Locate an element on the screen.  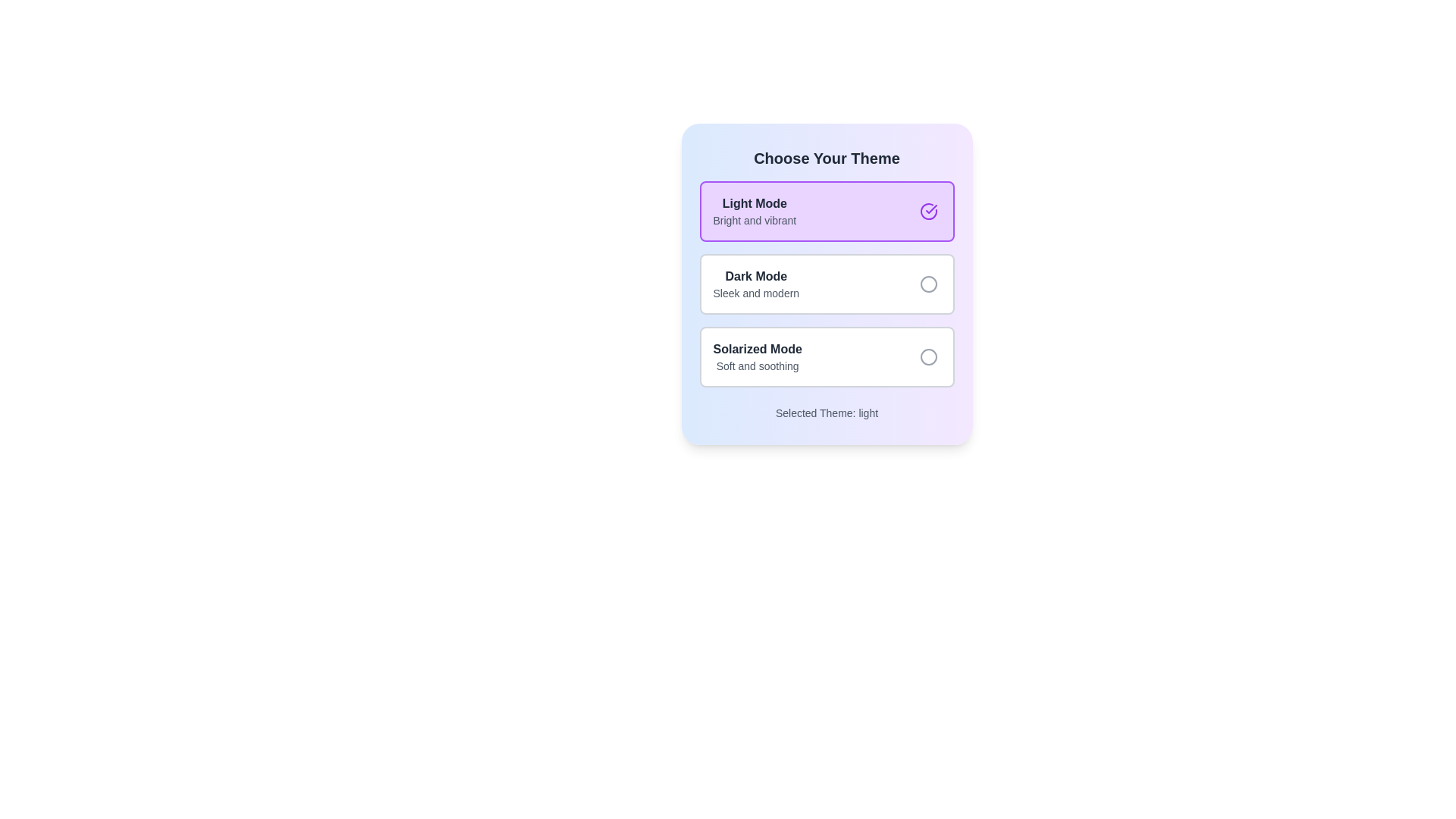
the text display containing 'Bright and vibrant', which is located immediately below the 'Light Mode' title in the 'Choose Your Theme' dialogue is located at coordinates (755, 220).